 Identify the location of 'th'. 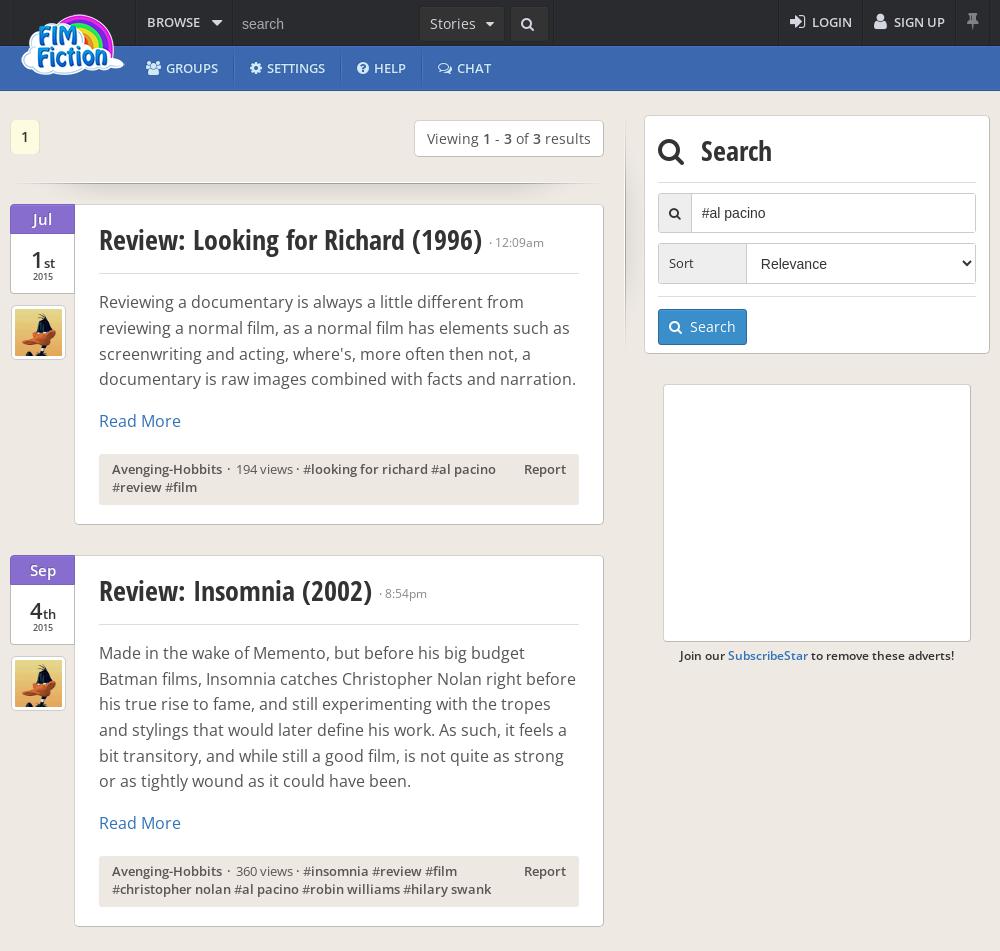
(48, 612).